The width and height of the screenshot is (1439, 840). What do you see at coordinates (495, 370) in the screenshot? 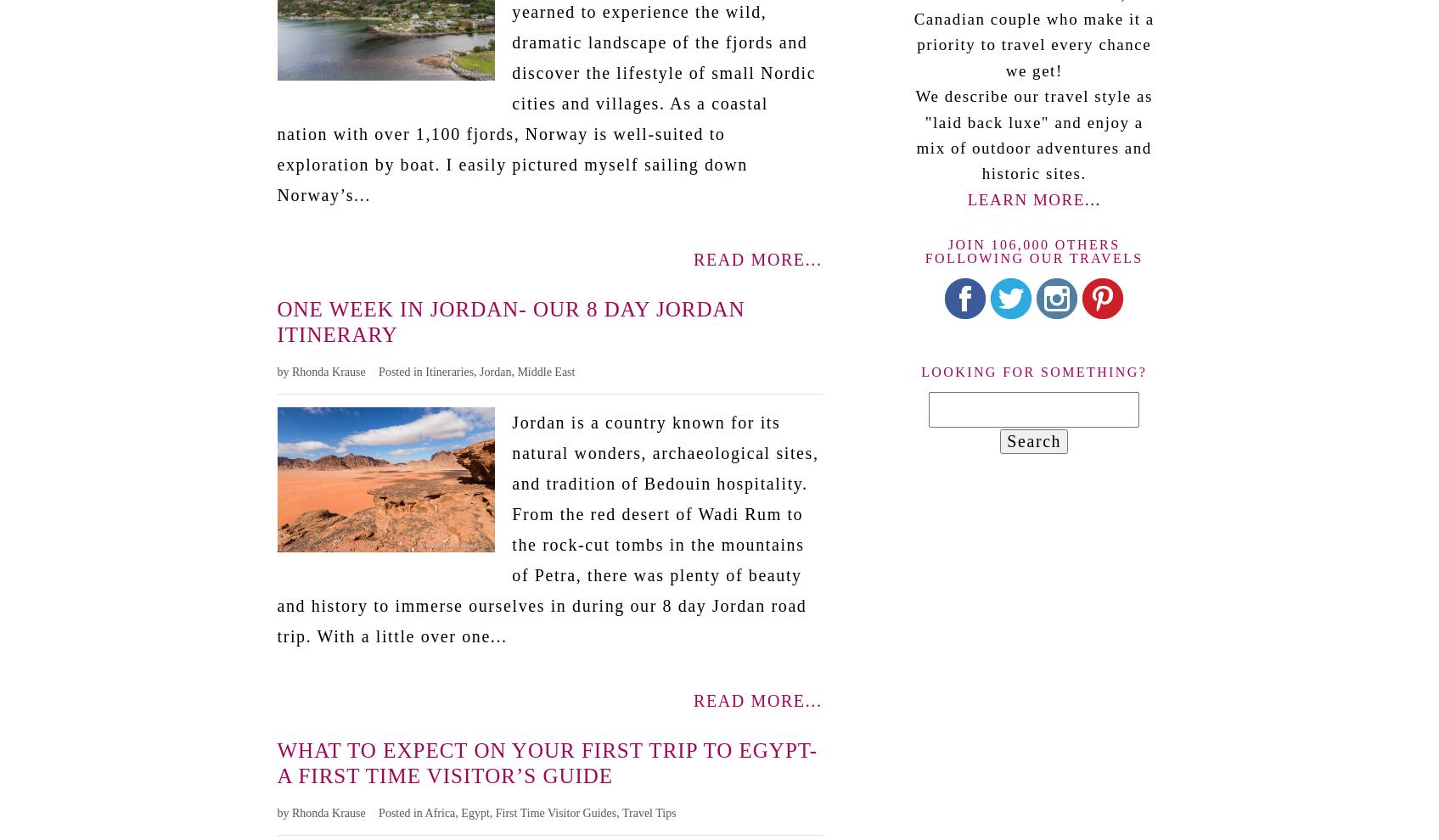
I see `'Jordan'` at bounding box center [495, 370].